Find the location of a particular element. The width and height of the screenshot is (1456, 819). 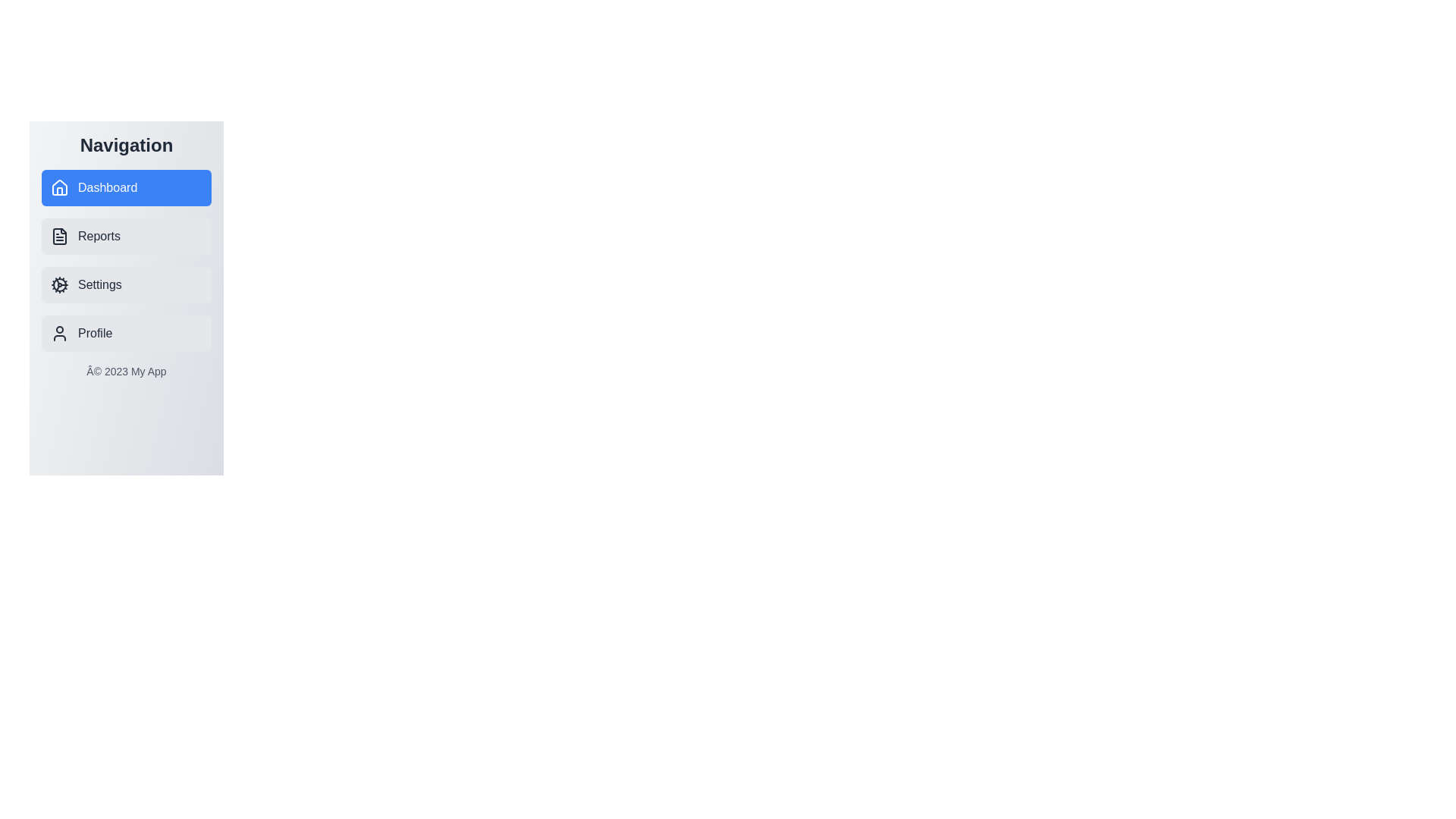

the first button in the vertical list of navigation options on the left side of the interface is located at coordinates (127, 187).